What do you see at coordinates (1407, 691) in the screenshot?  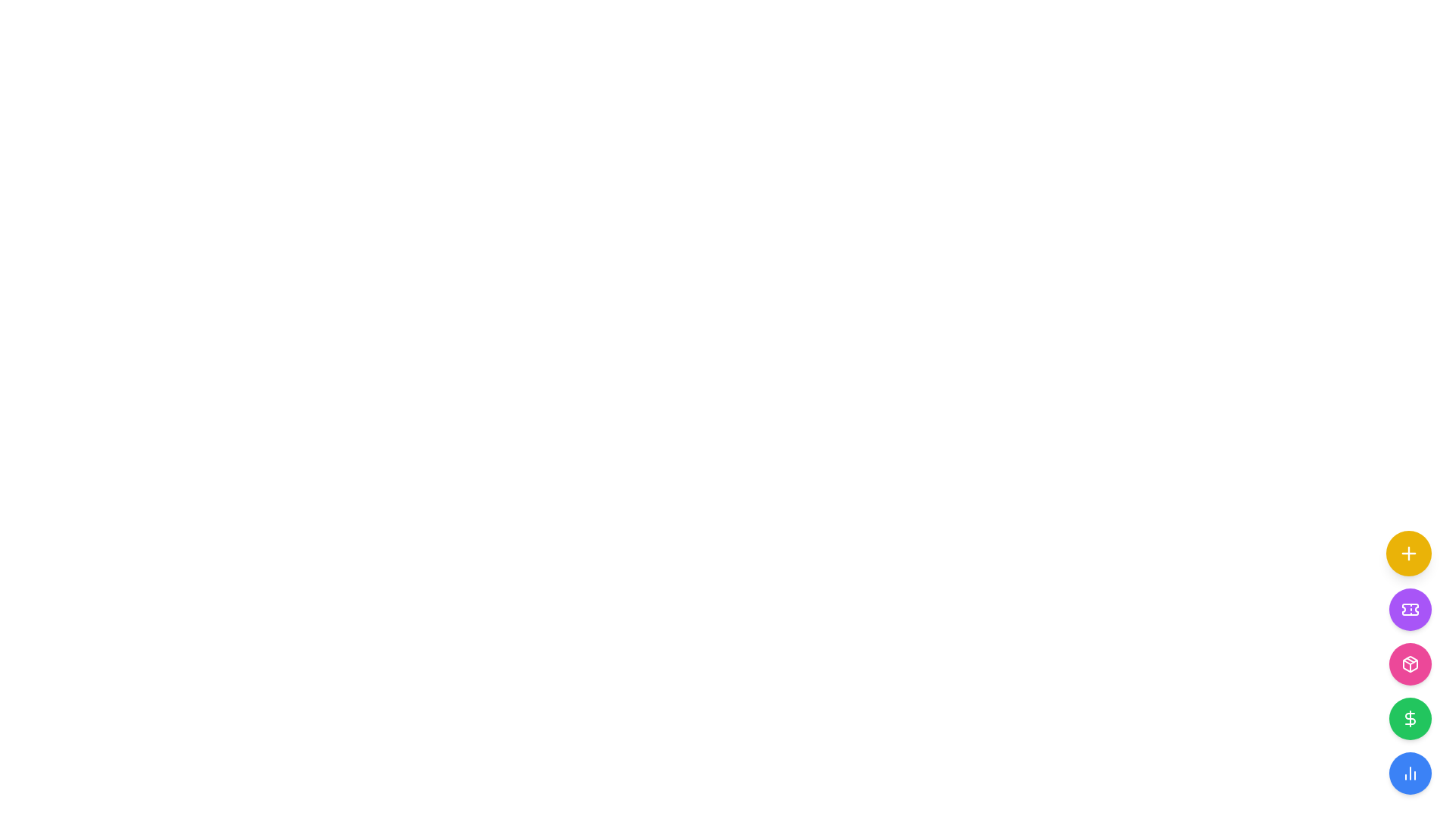 I see `the green circular button labeled 'Sales' with a dollar symbol, which is the third button in a vertical arrangement of four buttons located near the bottom-right corner of the interface` at bounding box center [1407, 691].